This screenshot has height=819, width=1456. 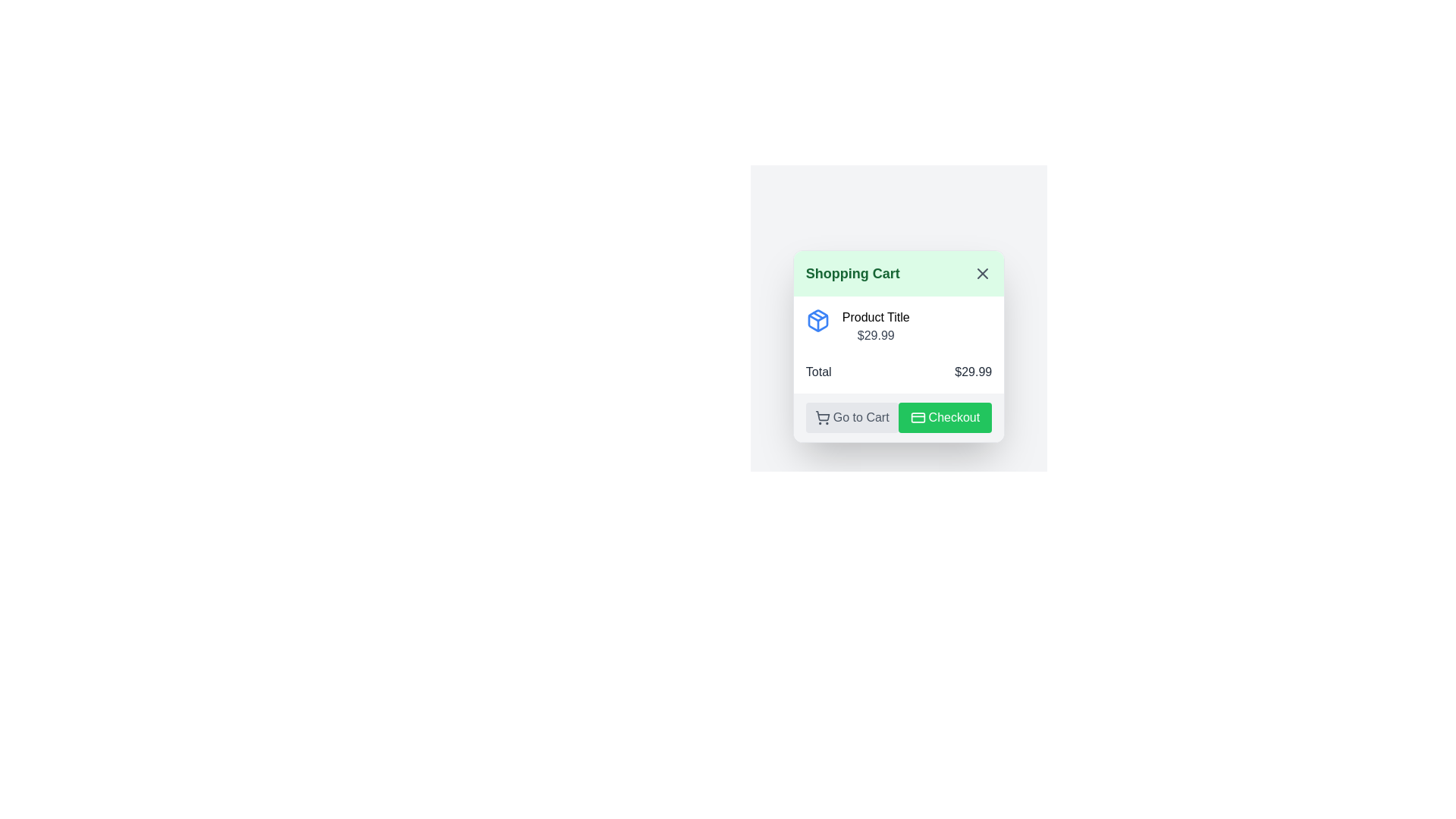 I want to click on the icon representing a package or box in the shopping cart interface, located in the left-hand section near the top of the product details section, so click(x=817, y=320).